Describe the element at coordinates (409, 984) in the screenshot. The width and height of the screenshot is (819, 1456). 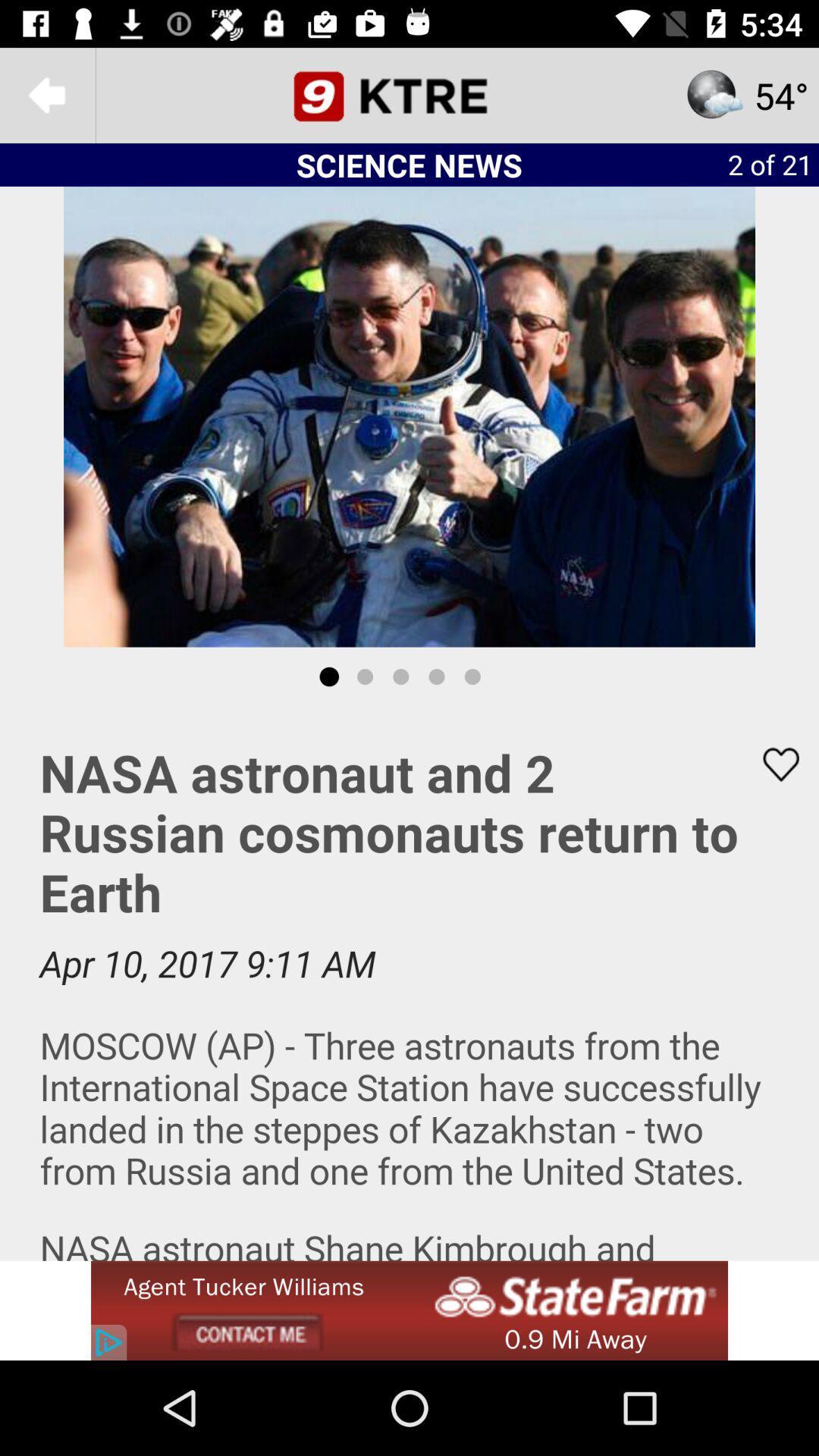
I see `news` at that location.